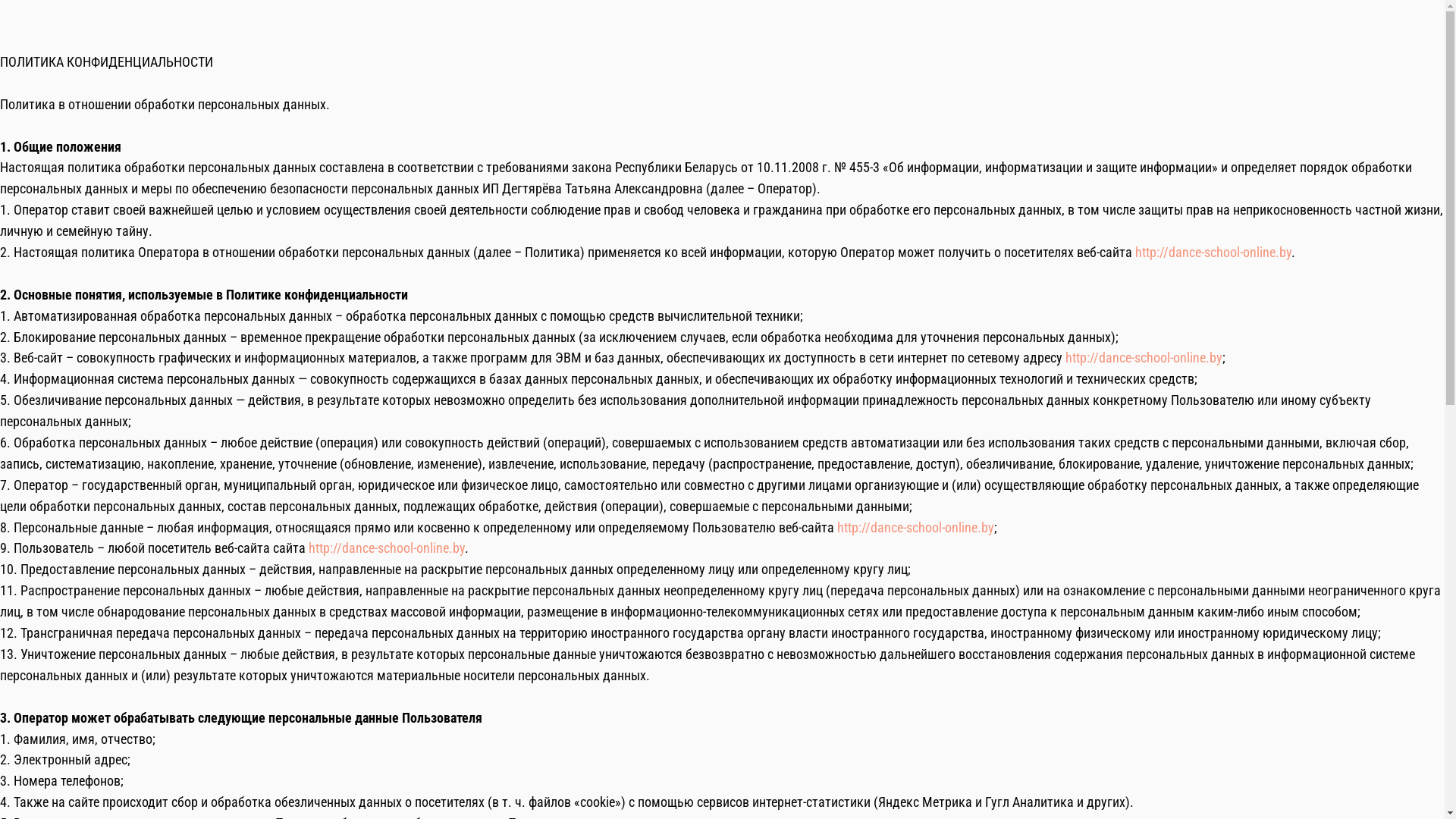 The height and width of the screenshot is (819, 1456). I want to click on 'http://dance-school-online.by', so click(386, 548).